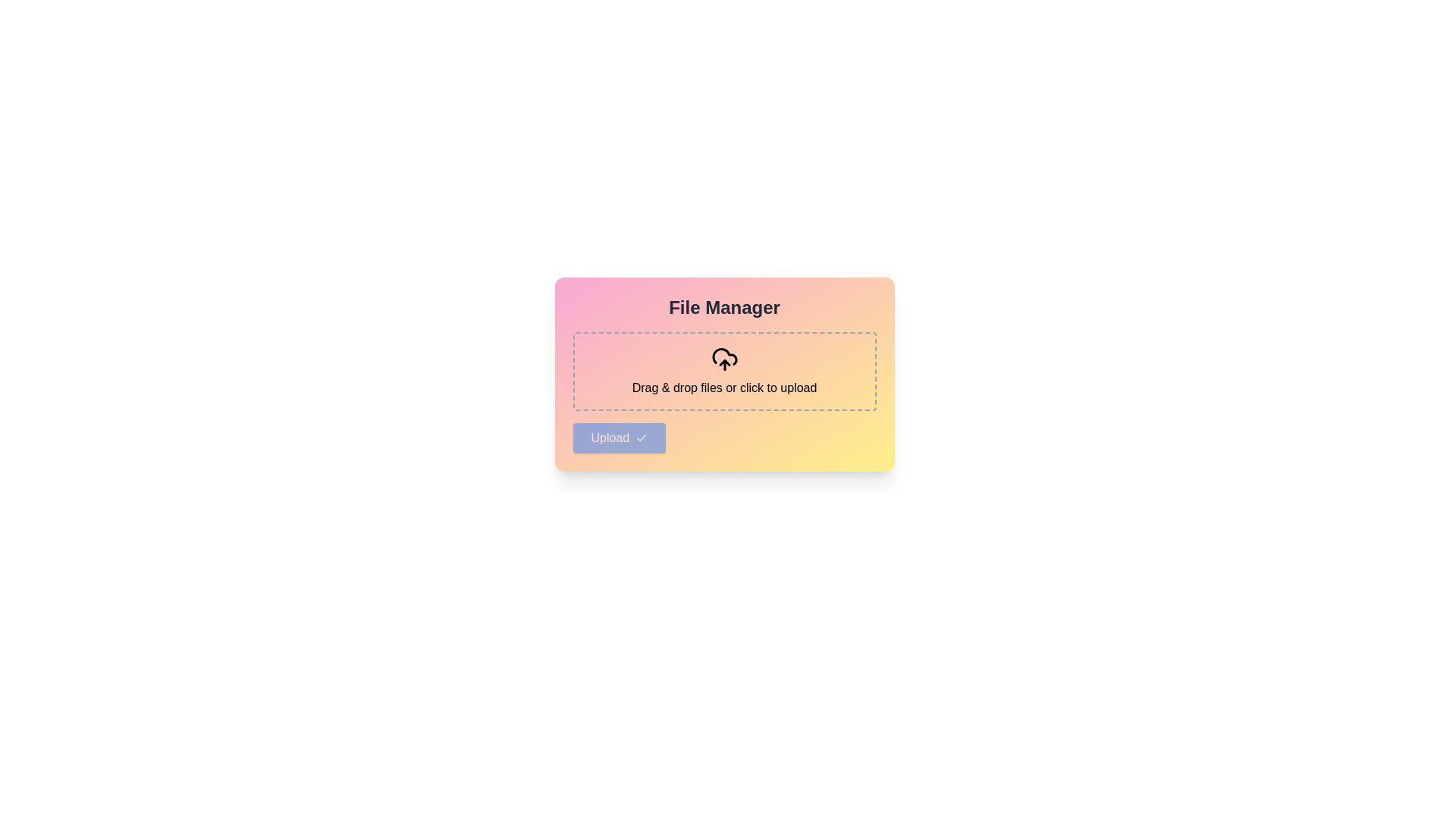 This screenshot has width=1456, height=819. I want to click on the 'Upload' button, which has white text on a blue background and a check mark icon, located at the bottom-left corner of the card interface, so click(619, 438).